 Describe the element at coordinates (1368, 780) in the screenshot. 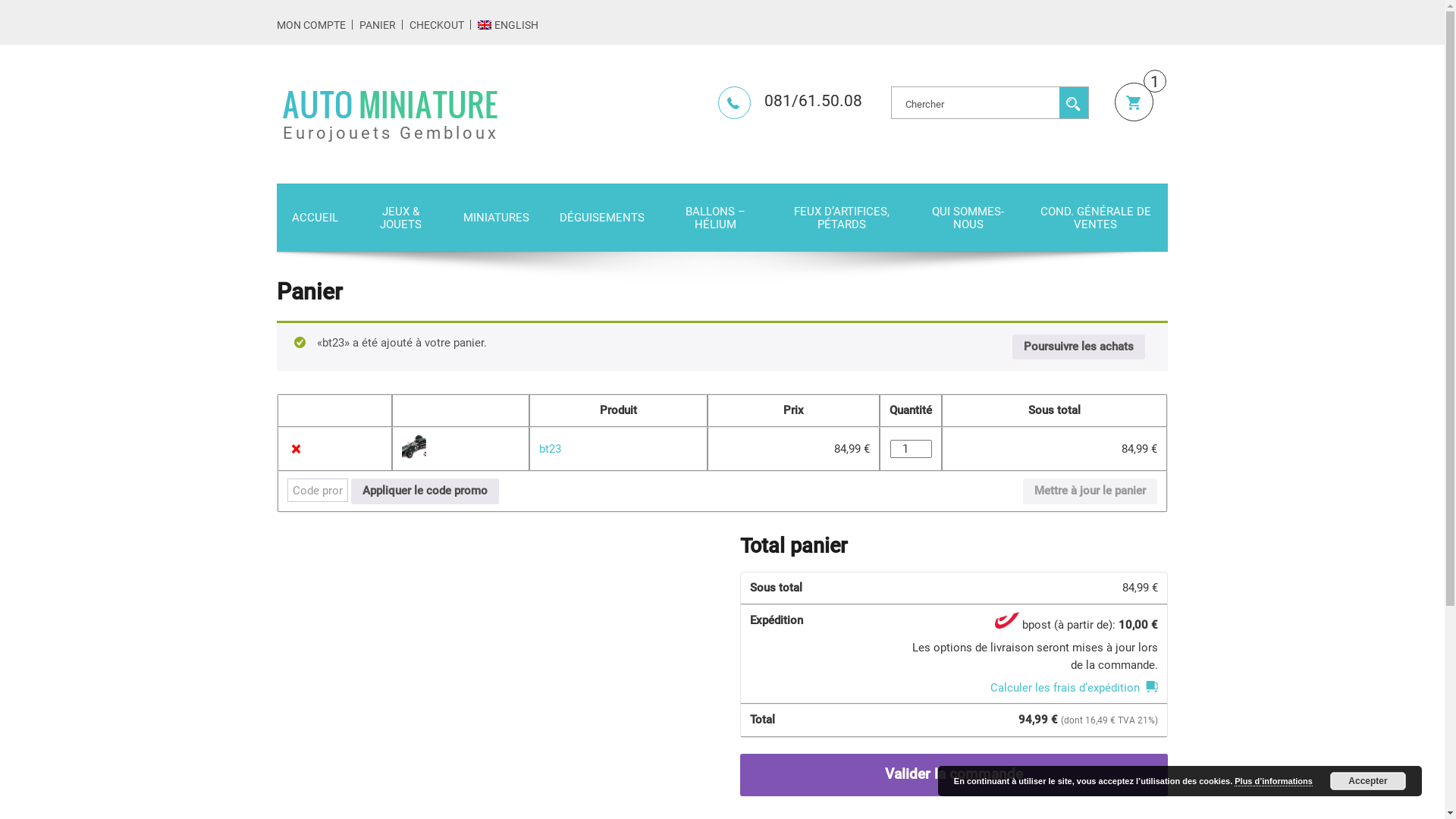

I see `'Accepter'` at that location.